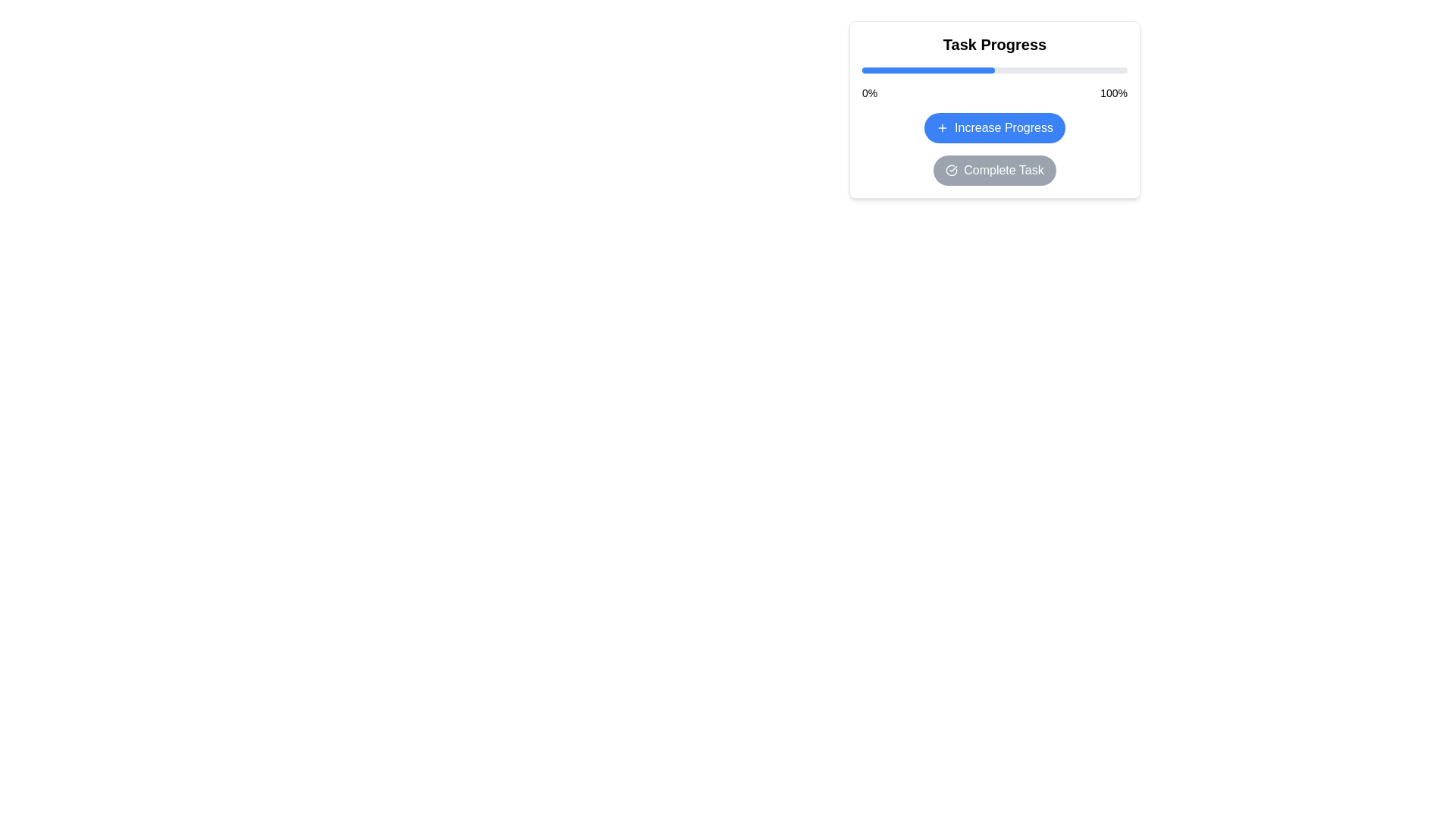  What do you see at coordinates (942, 127) in the screenshot?
I see `the decorative icon indicating 'increase' action within the blue button labeled 'Increase Progress'` at bounding box center [942, 127].